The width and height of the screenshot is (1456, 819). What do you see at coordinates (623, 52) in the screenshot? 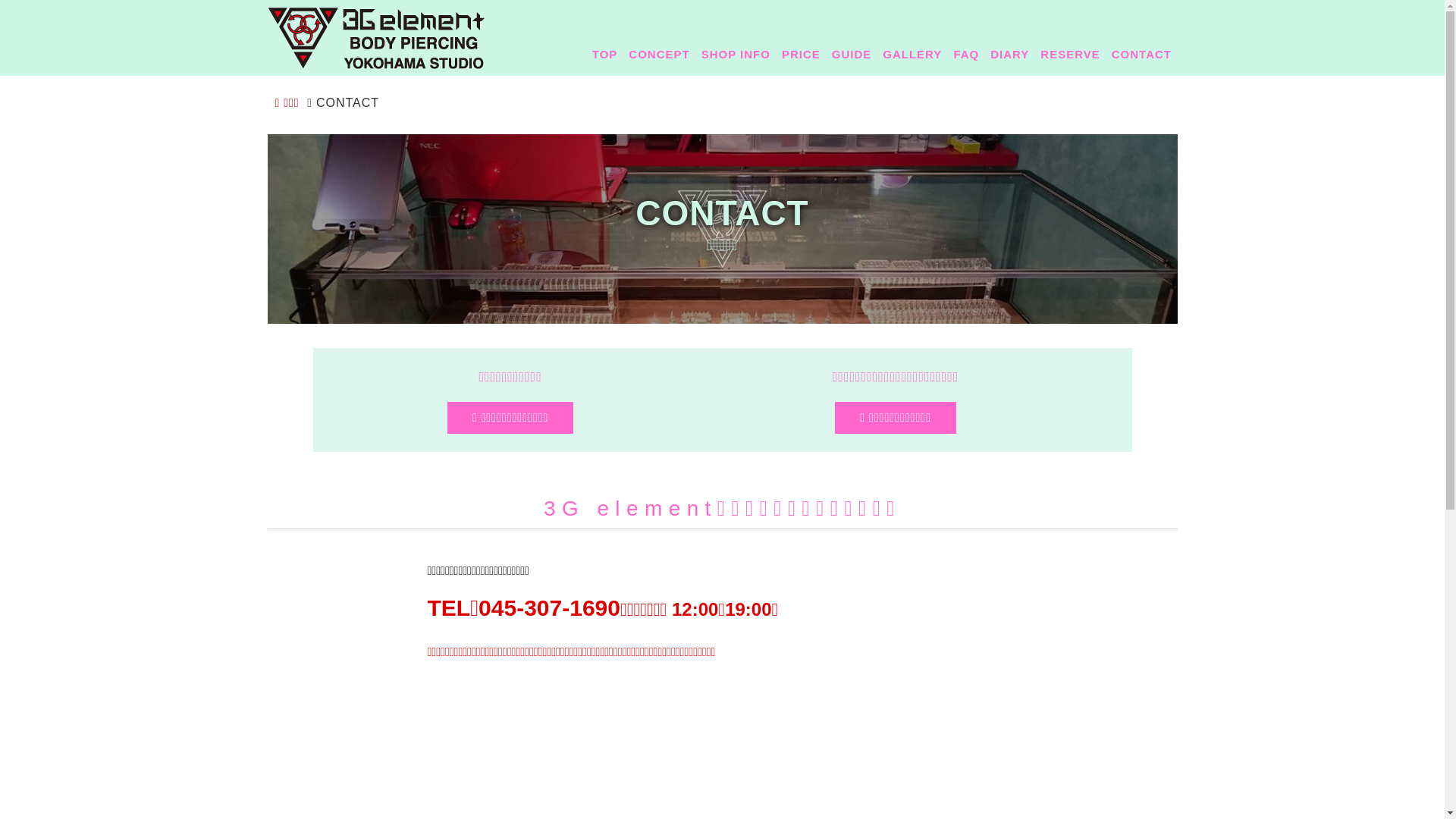
I see `'CONCEPT'` at bounding box center [623, 52].